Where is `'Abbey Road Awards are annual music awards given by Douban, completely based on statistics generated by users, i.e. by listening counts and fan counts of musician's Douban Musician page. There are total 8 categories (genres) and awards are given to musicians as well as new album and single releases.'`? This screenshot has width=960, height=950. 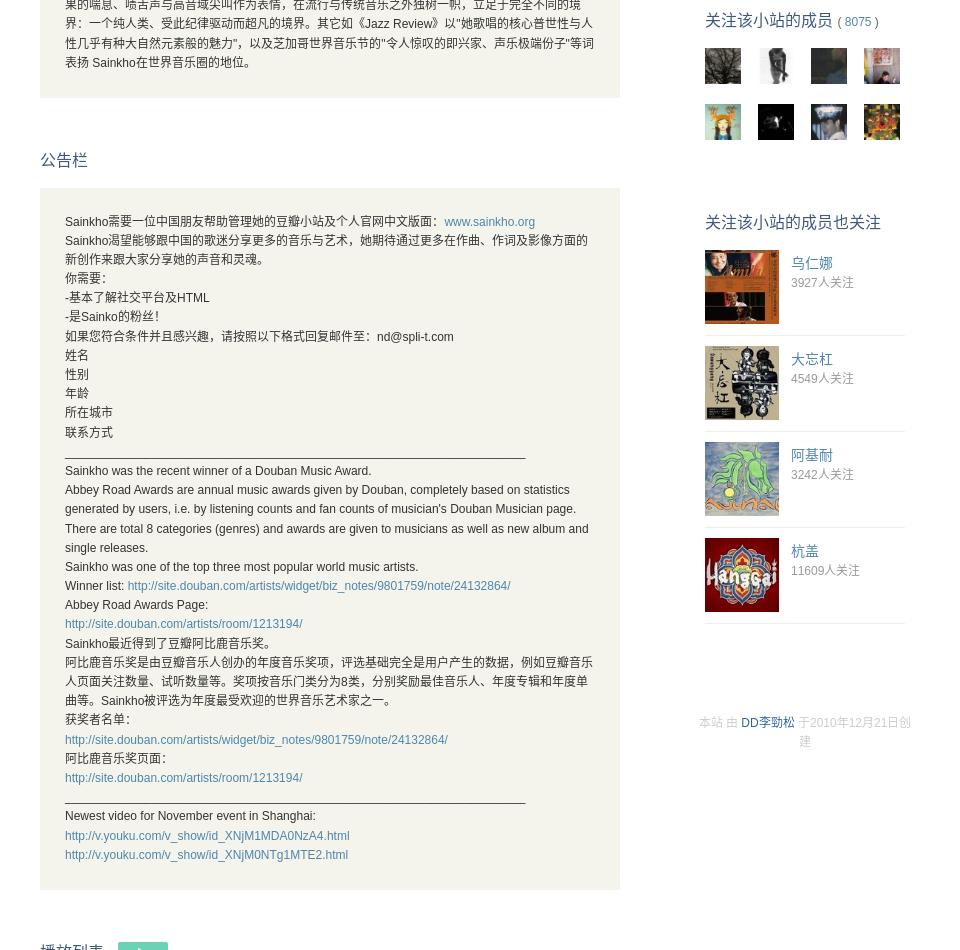 'Abbey Road Awards are annual music awards given by Douban, completely based on statistics generated by users, i.e. by listening counts and fan counts of musician's Douban Musician page. There are total 8 categories (genres) and awards are given to musicians as well as new album and single releases.' is located at coordinates (326, 518).